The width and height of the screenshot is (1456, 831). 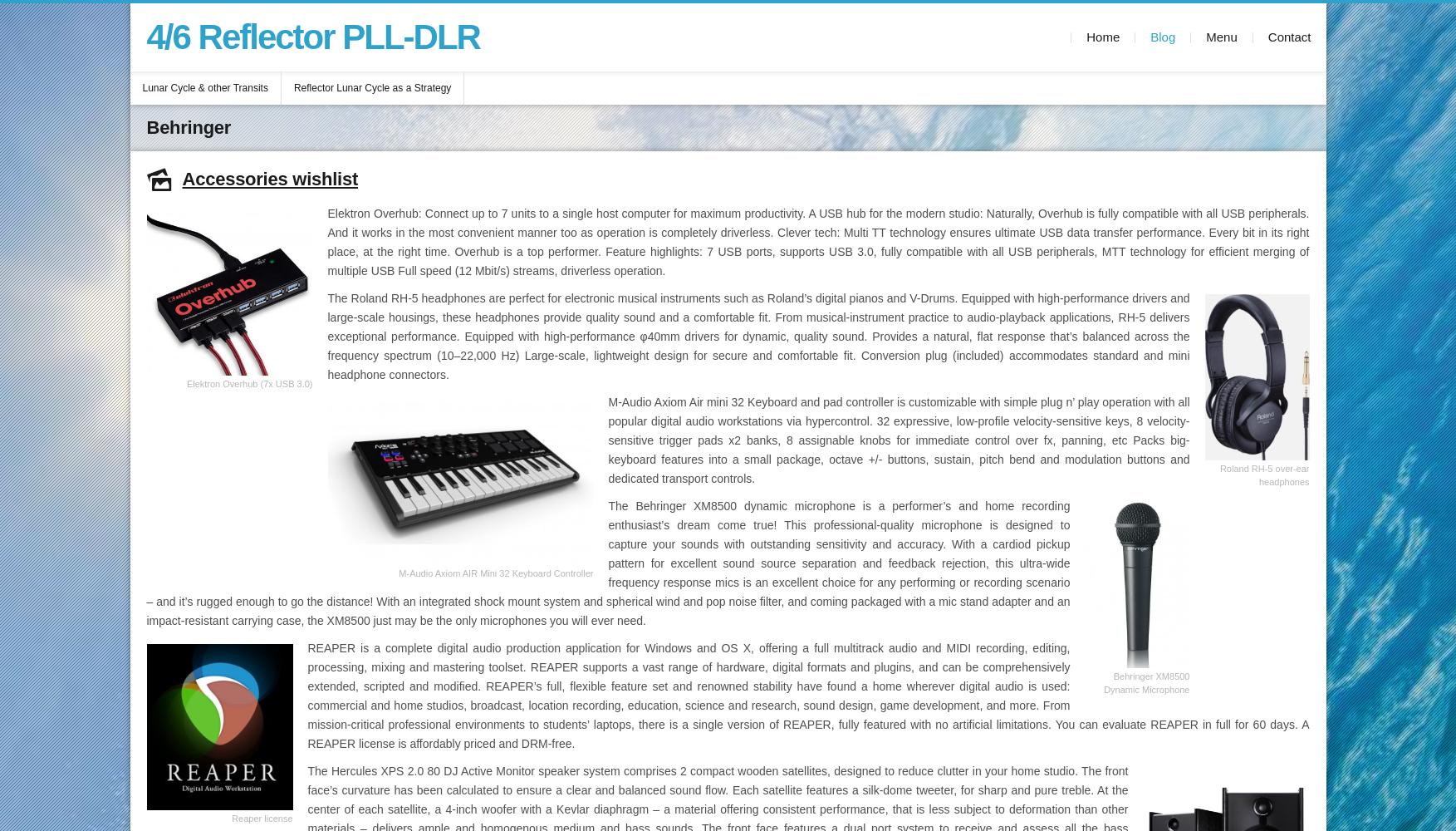 I want to click on 'Elektron Overhub: Connect up to 7 units to a single host computer for maximum productivity. A USB hub for the modern studio: Naturally, Overhub is fully compatible with all USB peripherals. And it works in the most convenient manner too as operation is completely driverless. Clever tech: Multi TT technology ensures ultimate USB data transfer performance. Every bit in its right place, at the right time. Overhub is a top performer. Feature highlights: 7 USB ports, supports USB 3.0, fully compatible with all USB peripherals, MTT technology for efficient merging of multiple USB Full speed (12 Mbit/s) streams, driverless operation.', so click(x=818, y=242).